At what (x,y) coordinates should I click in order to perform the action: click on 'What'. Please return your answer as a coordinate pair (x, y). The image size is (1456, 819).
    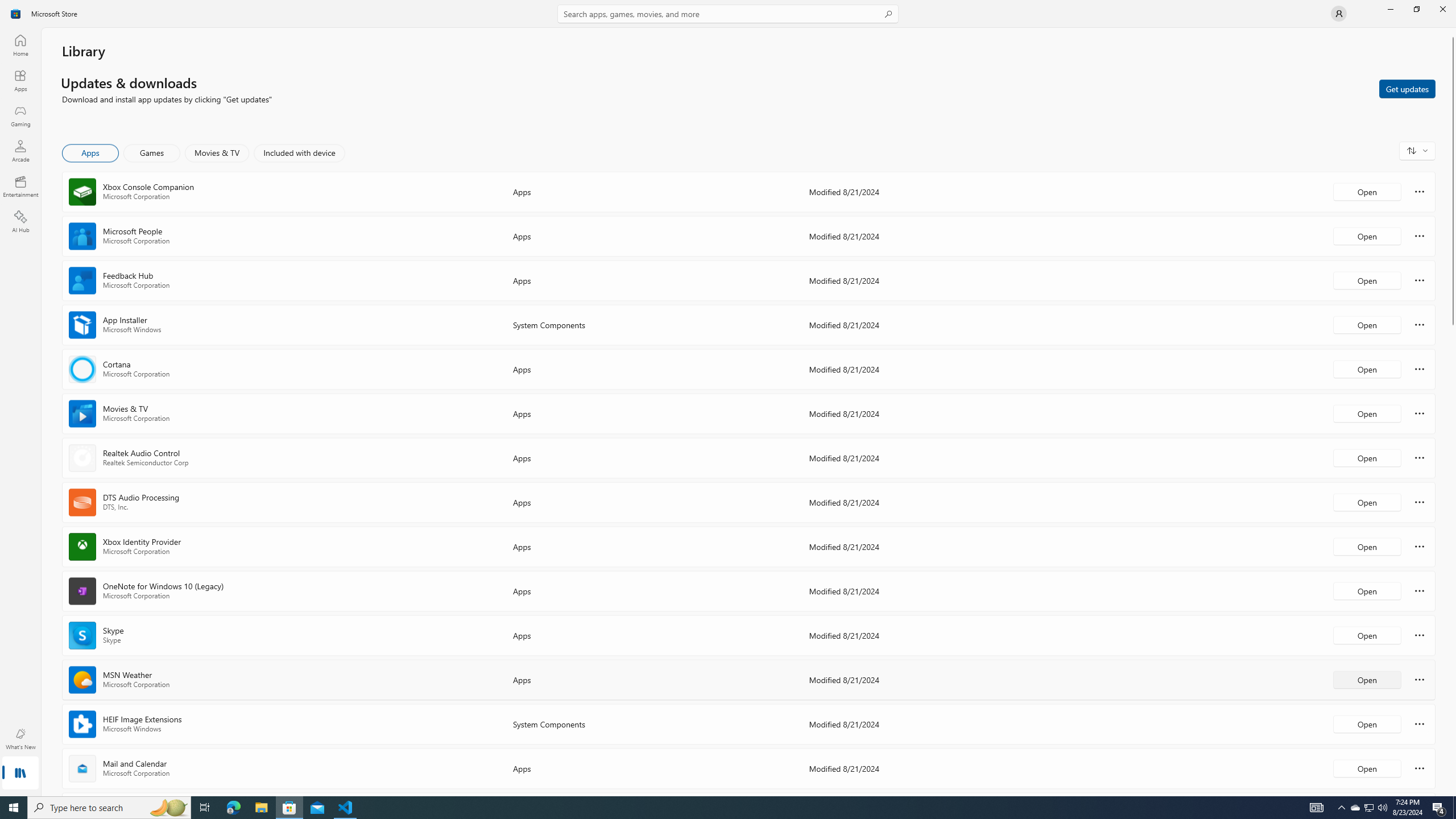
    Looking at the image, I should click on (19, 738).